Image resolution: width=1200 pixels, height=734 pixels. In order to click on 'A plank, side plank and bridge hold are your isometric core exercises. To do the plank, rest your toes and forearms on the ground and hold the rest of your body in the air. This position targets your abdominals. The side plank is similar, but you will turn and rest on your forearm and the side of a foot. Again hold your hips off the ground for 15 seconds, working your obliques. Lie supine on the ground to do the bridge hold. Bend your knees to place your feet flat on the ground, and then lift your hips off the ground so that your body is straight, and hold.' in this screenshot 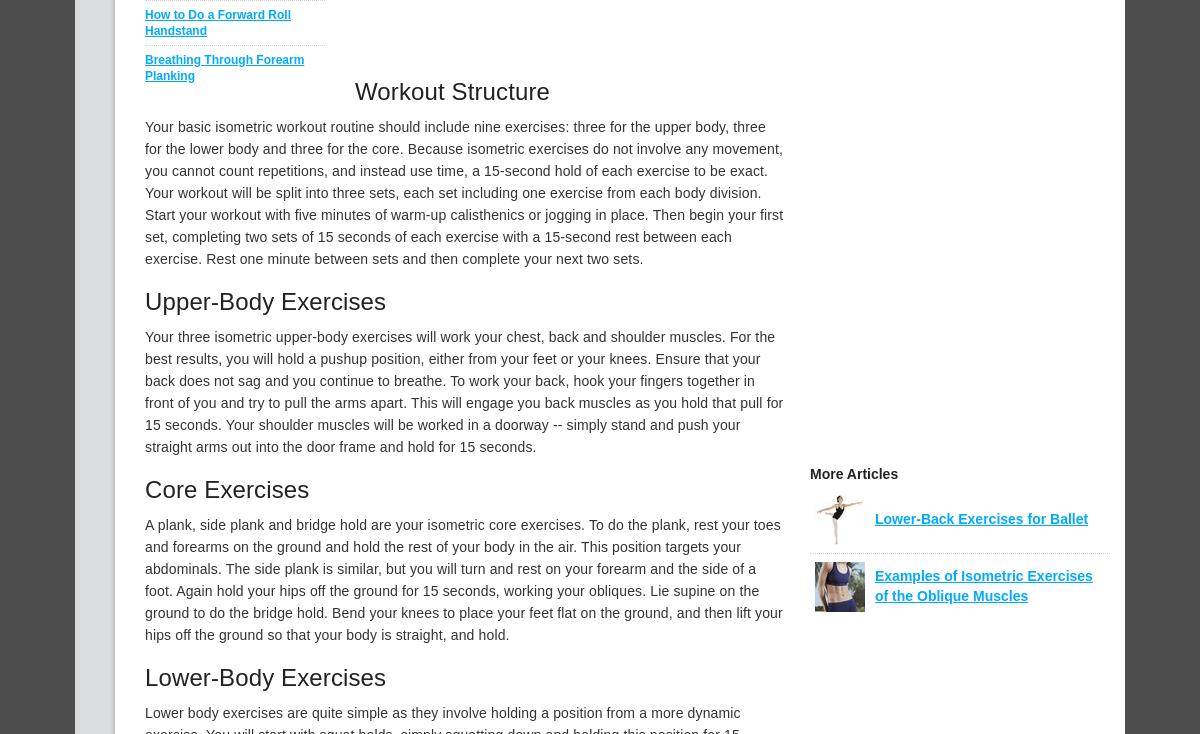, I will do `click(462, 580)`.